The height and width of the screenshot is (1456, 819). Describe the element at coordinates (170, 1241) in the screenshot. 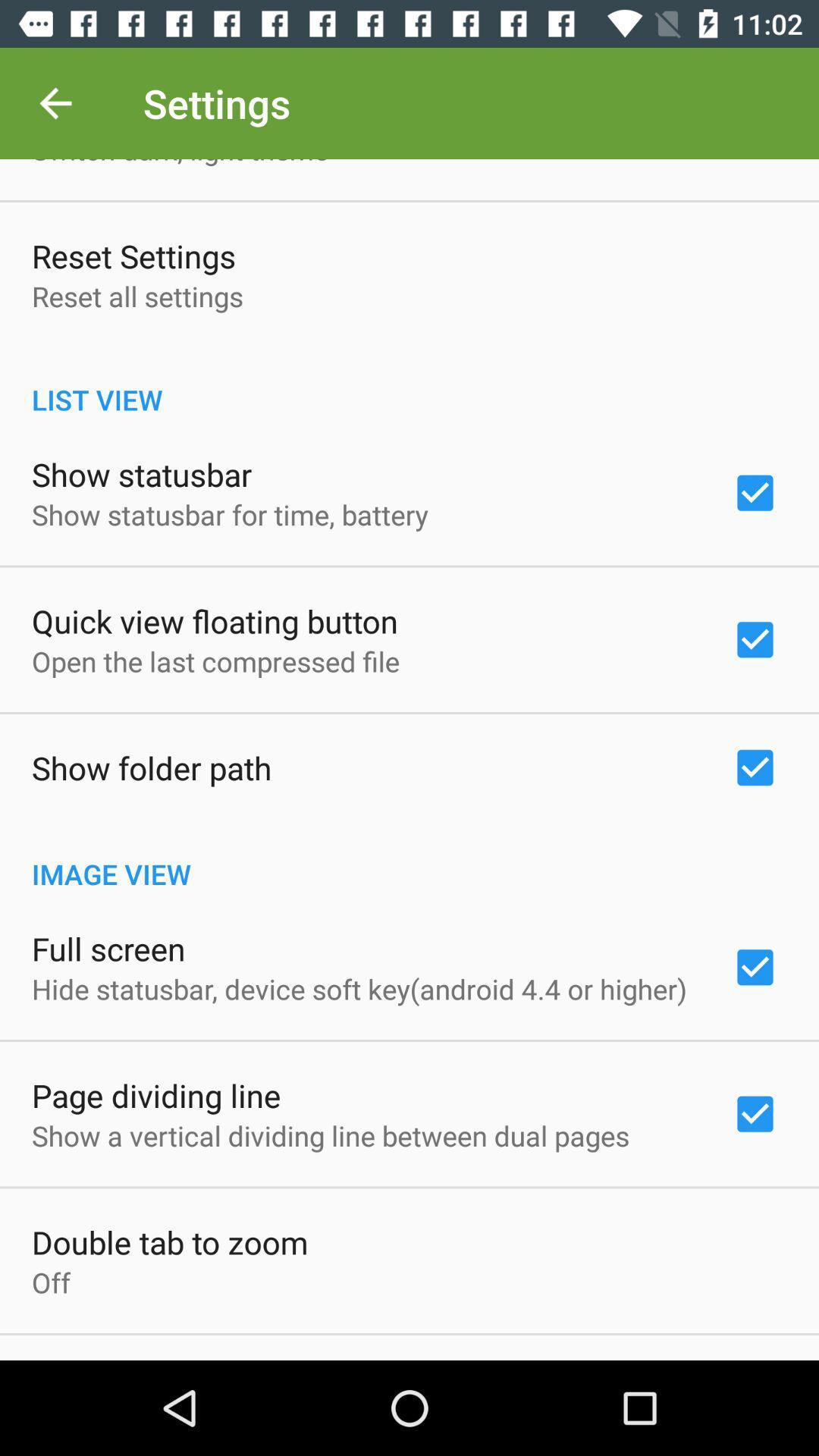

I see `double tab to icon` at that location.